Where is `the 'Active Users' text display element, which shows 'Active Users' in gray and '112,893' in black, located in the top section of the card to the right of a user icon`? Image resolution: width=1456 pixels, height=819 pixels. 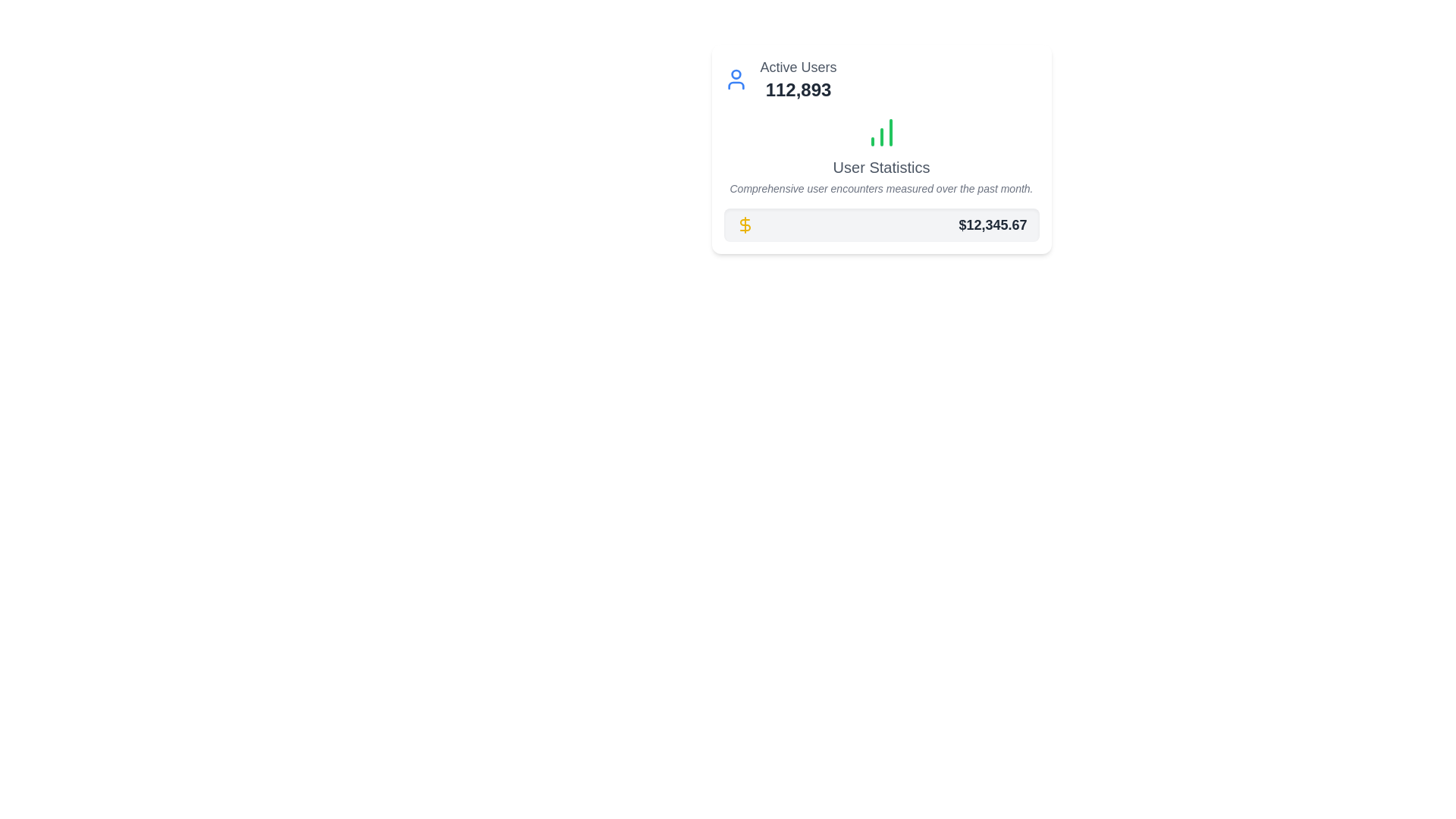
the 'Active Users' text display element, which shows 'Active Users' in gray and '112,893' in black, located in the top section of the card to the right of a user icon is located at coordinates (797, 79).